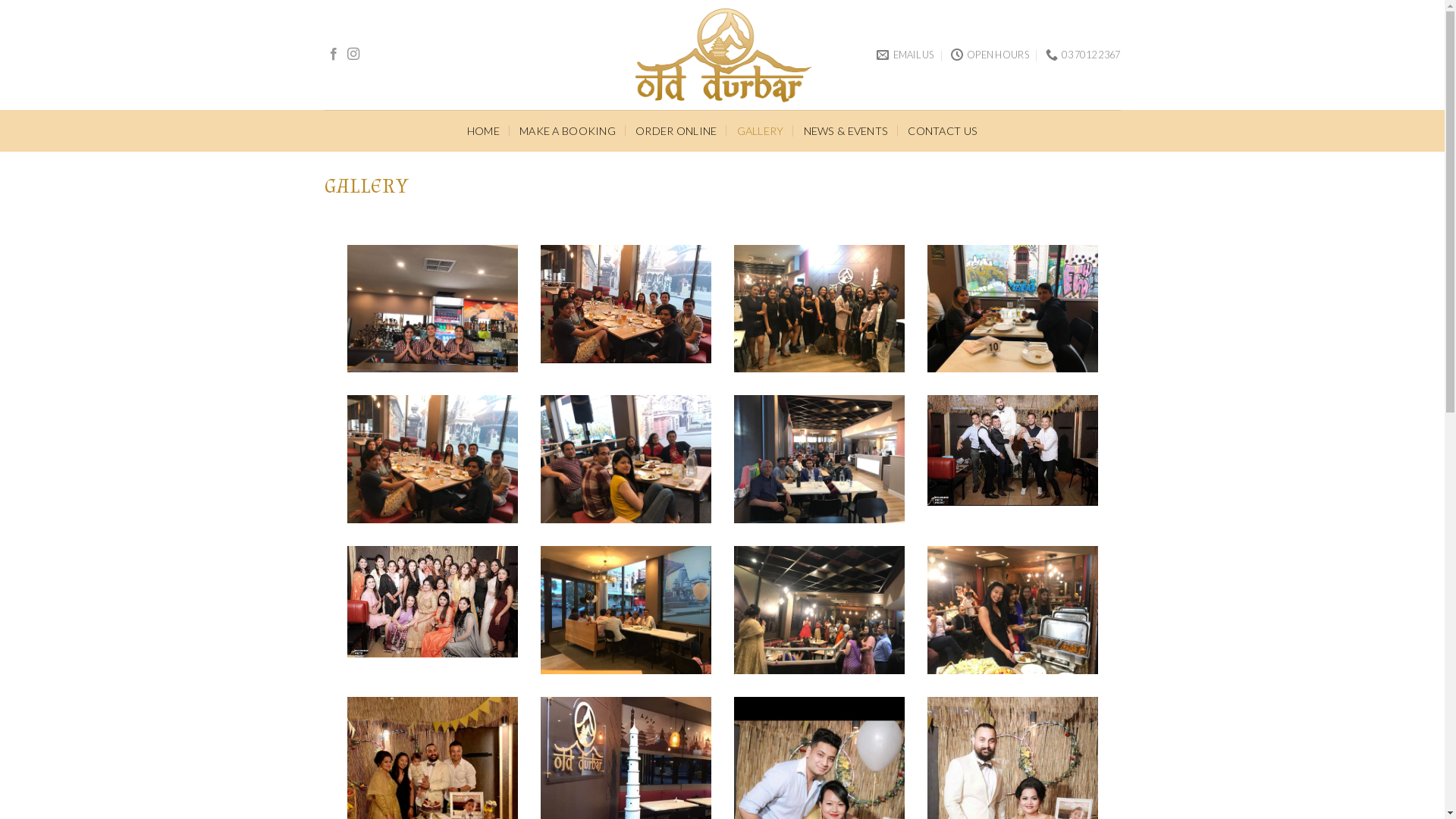  Describe the element at coordinates (721, 54) in the screenshot. I see `'Old Durbar Restaurant - Indian Restaurant in Brunswick'` at that location.